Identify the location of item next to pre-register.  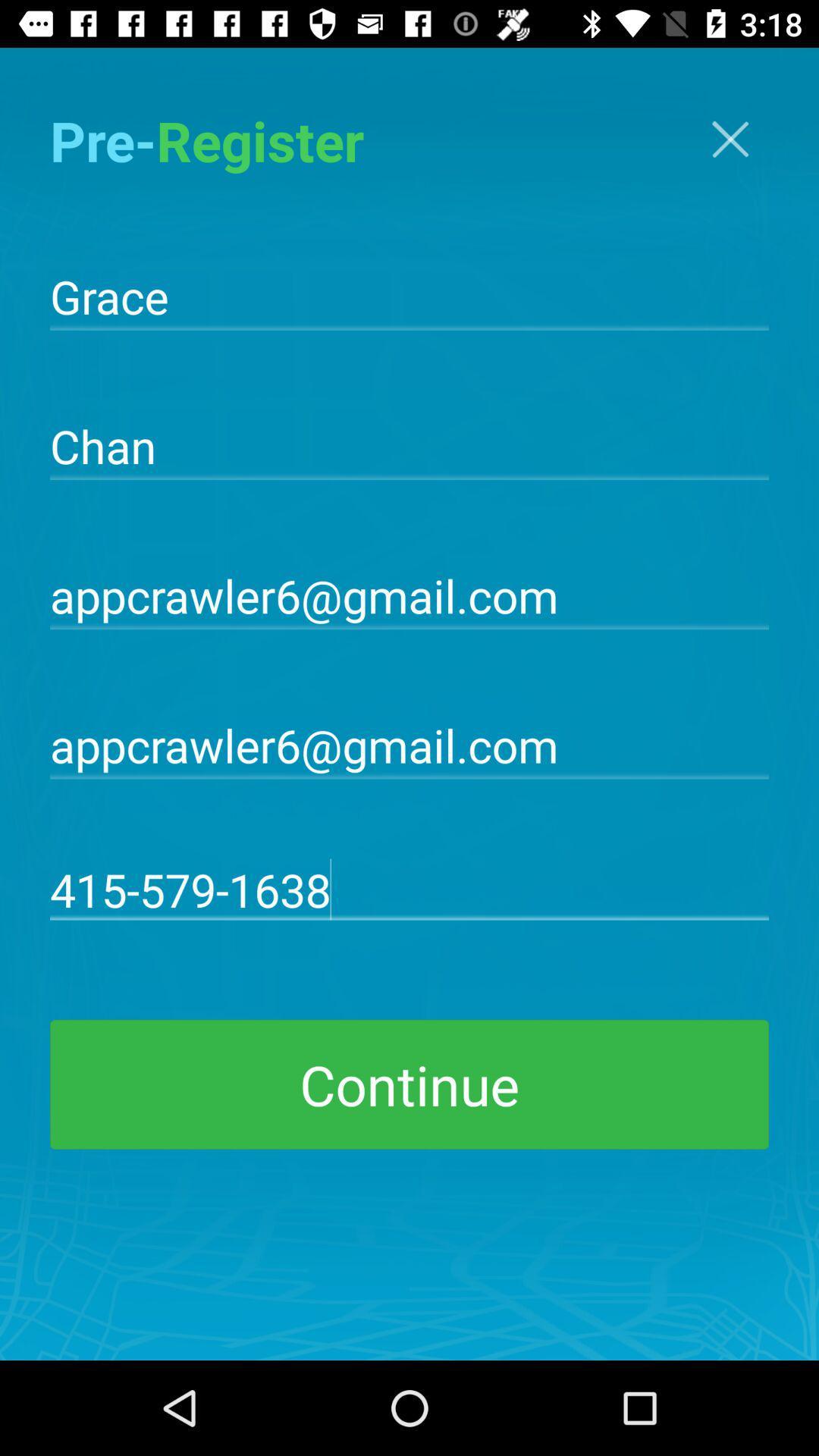
(730, 139).